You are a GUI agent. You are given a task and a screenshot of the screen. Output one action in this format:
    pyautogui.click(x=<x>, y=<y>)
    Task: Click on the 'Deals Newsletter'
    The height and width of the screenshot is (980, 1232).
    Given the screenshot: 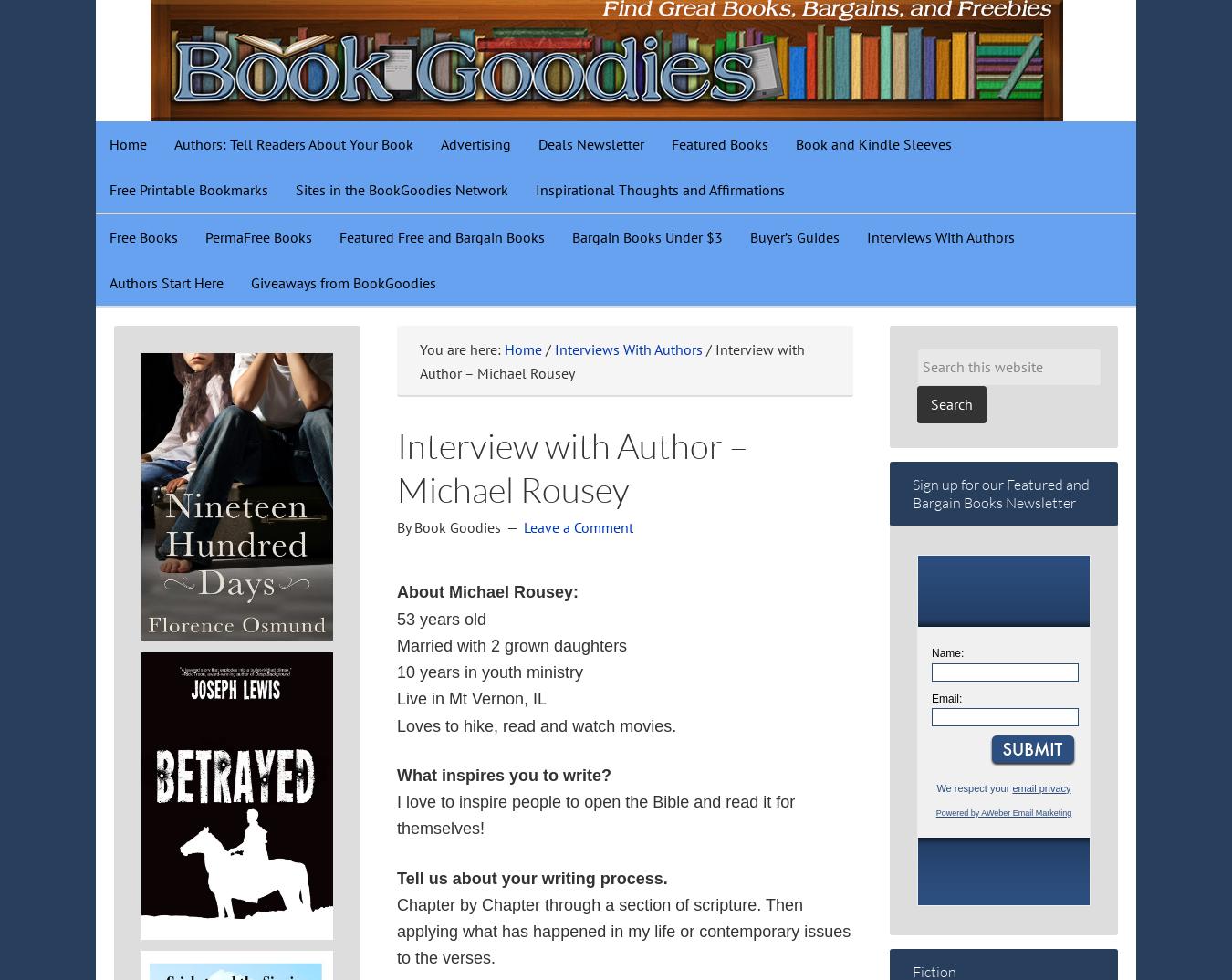 What is the action you would take?
    pyautogui.click(x=591, y=142)
    